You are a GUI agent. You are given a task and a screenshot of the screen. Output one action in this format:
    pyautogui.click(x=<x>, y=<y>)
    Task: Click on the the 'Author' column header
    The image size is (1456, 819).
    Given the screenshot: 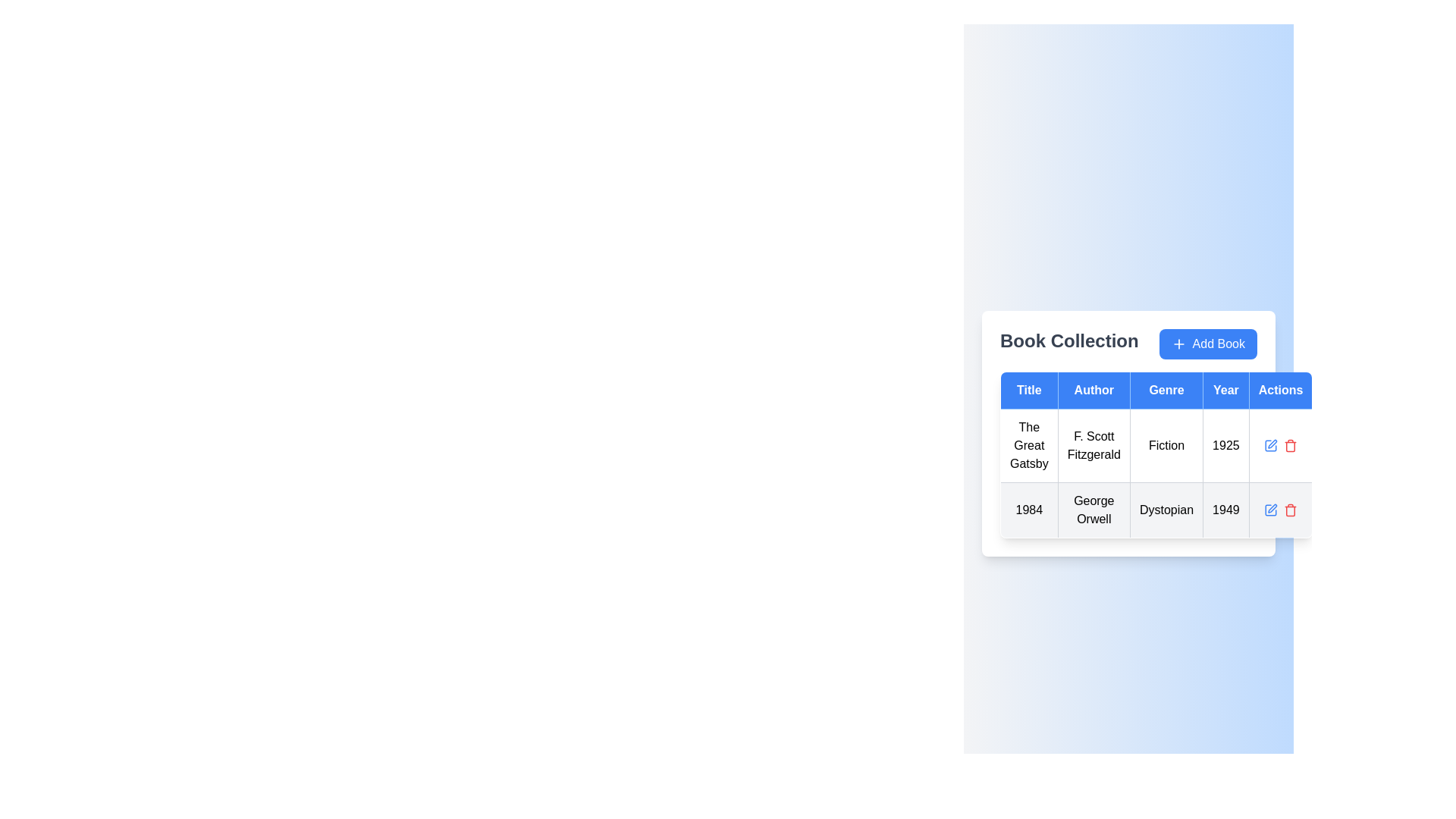 What is the action you would take?
    pyautogui.click(x=1094, y=390)
    